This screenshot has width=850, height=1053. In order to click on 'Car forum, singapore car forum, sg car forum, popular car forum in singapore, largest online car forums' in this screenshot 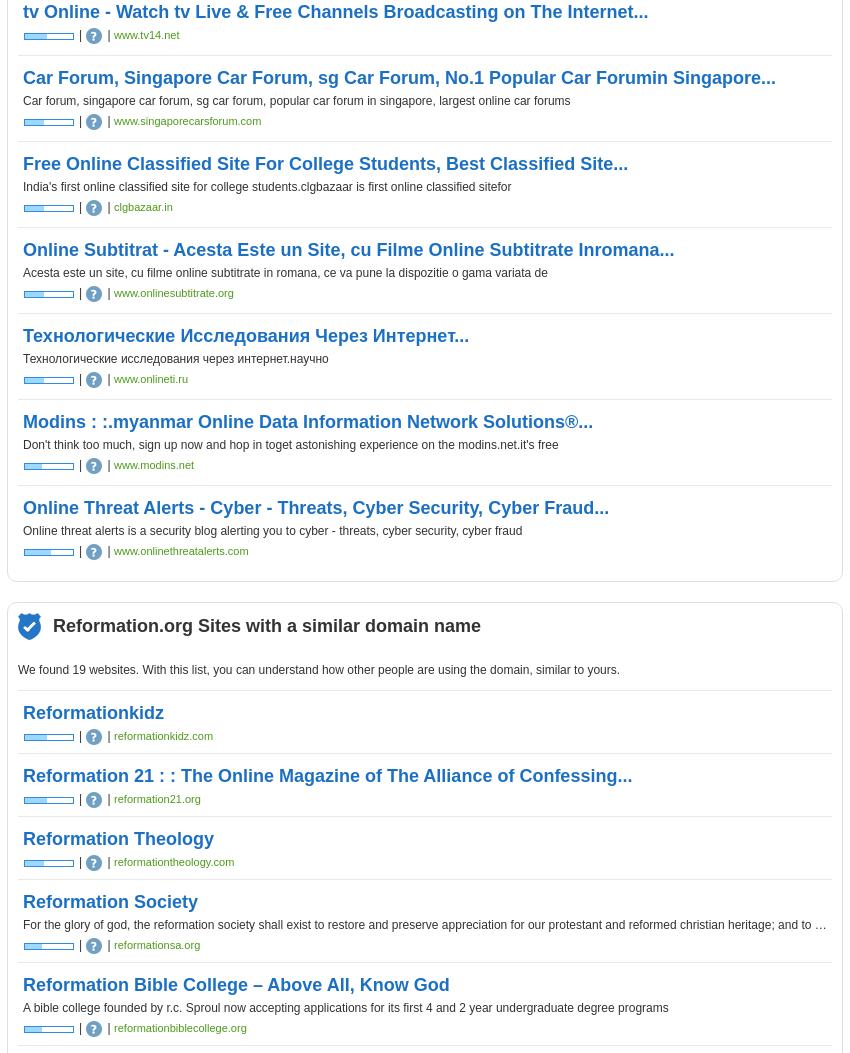, I will do `click(295, 100)`.